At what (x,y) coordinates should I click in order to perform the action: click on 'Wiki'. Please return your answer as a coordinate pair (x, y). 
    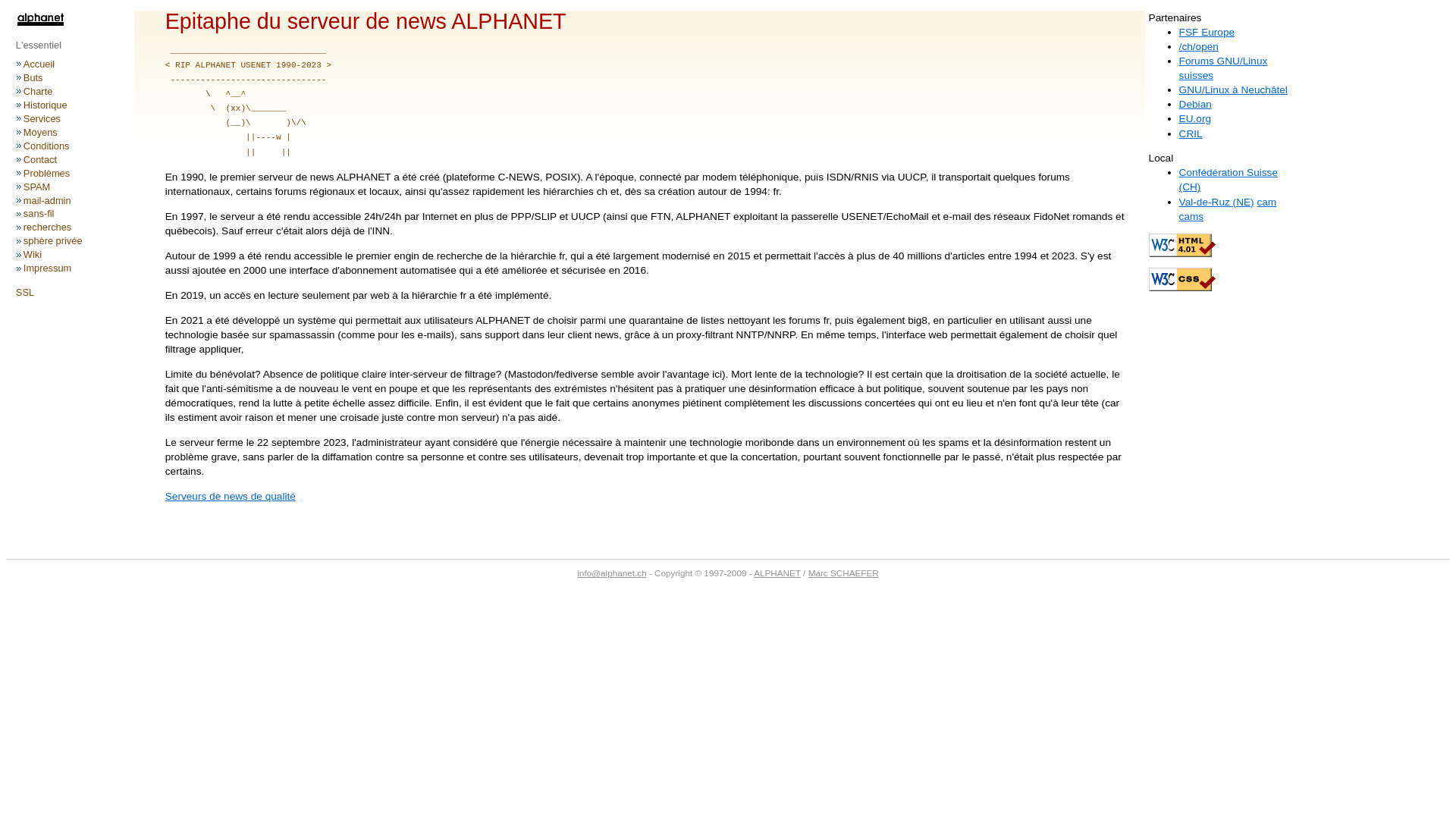
    Looking at the image, I should click on (33, 253).